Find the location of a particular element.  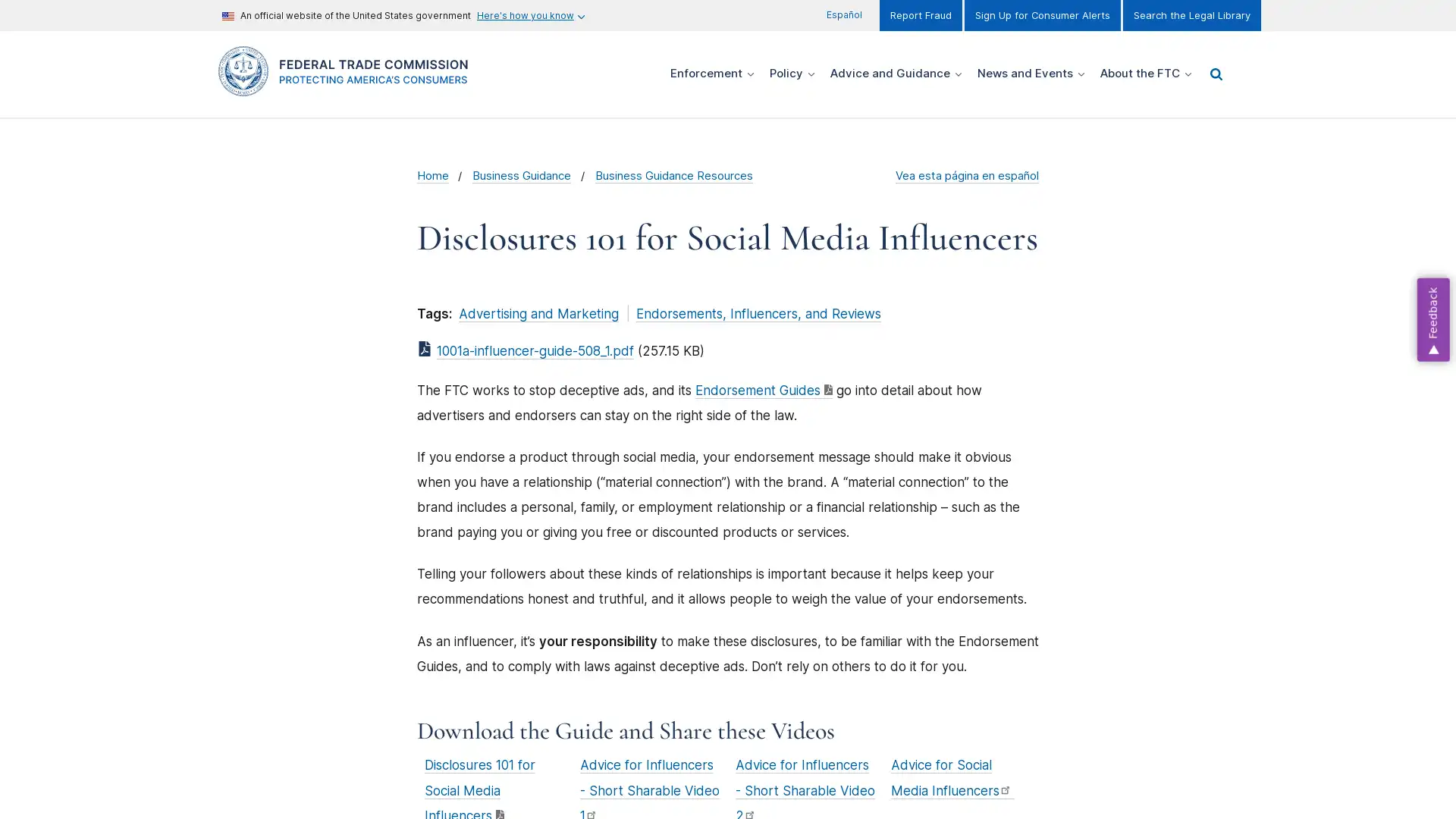

Feedback, opens dialog is located at coordinates (1432, 318).